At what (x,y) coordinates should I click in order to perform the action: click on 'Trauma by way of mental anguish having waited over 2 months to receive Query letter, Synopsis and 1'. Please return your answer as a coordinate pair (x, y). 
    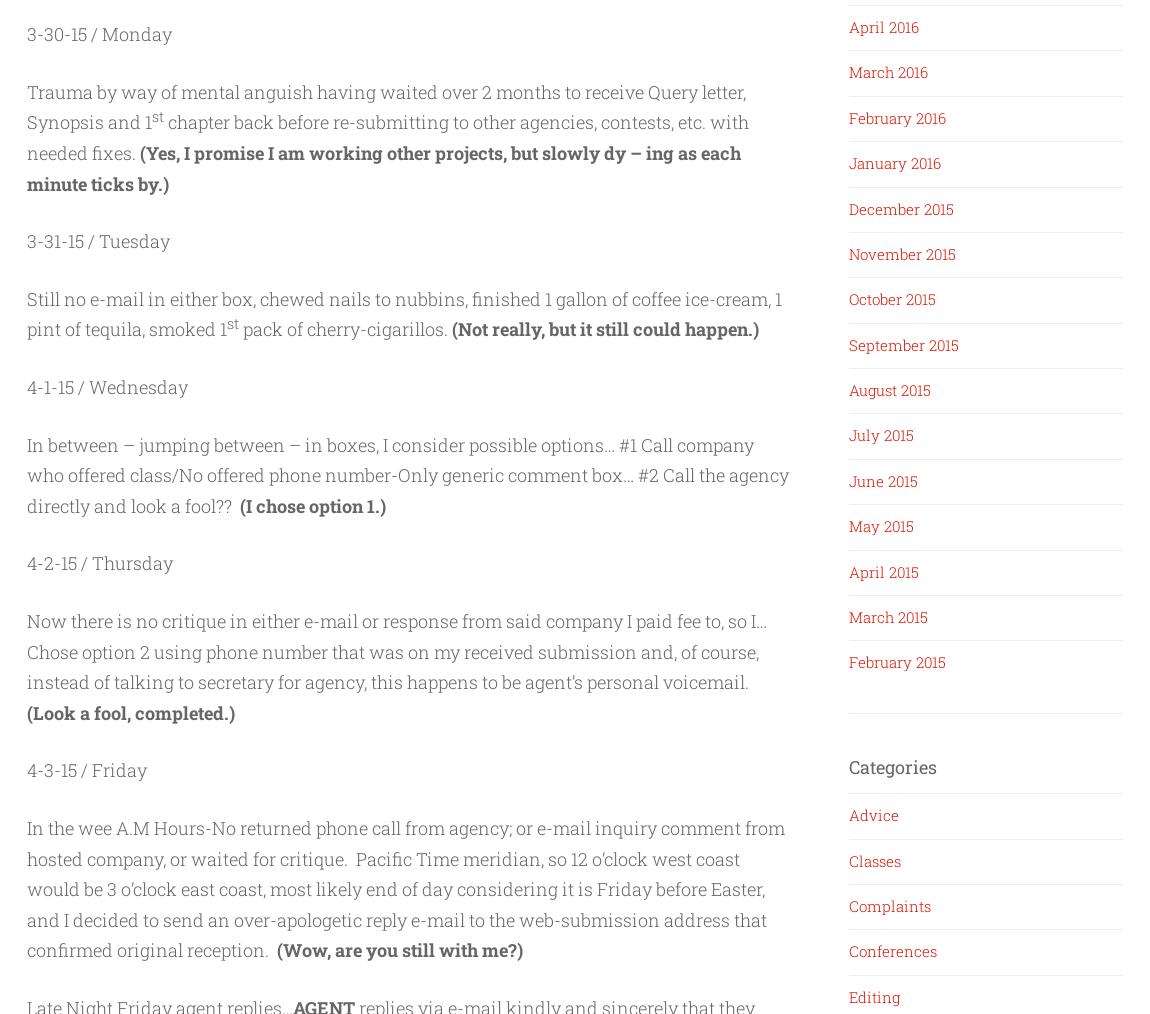
    Looking at the image, I should click on (386, 106).